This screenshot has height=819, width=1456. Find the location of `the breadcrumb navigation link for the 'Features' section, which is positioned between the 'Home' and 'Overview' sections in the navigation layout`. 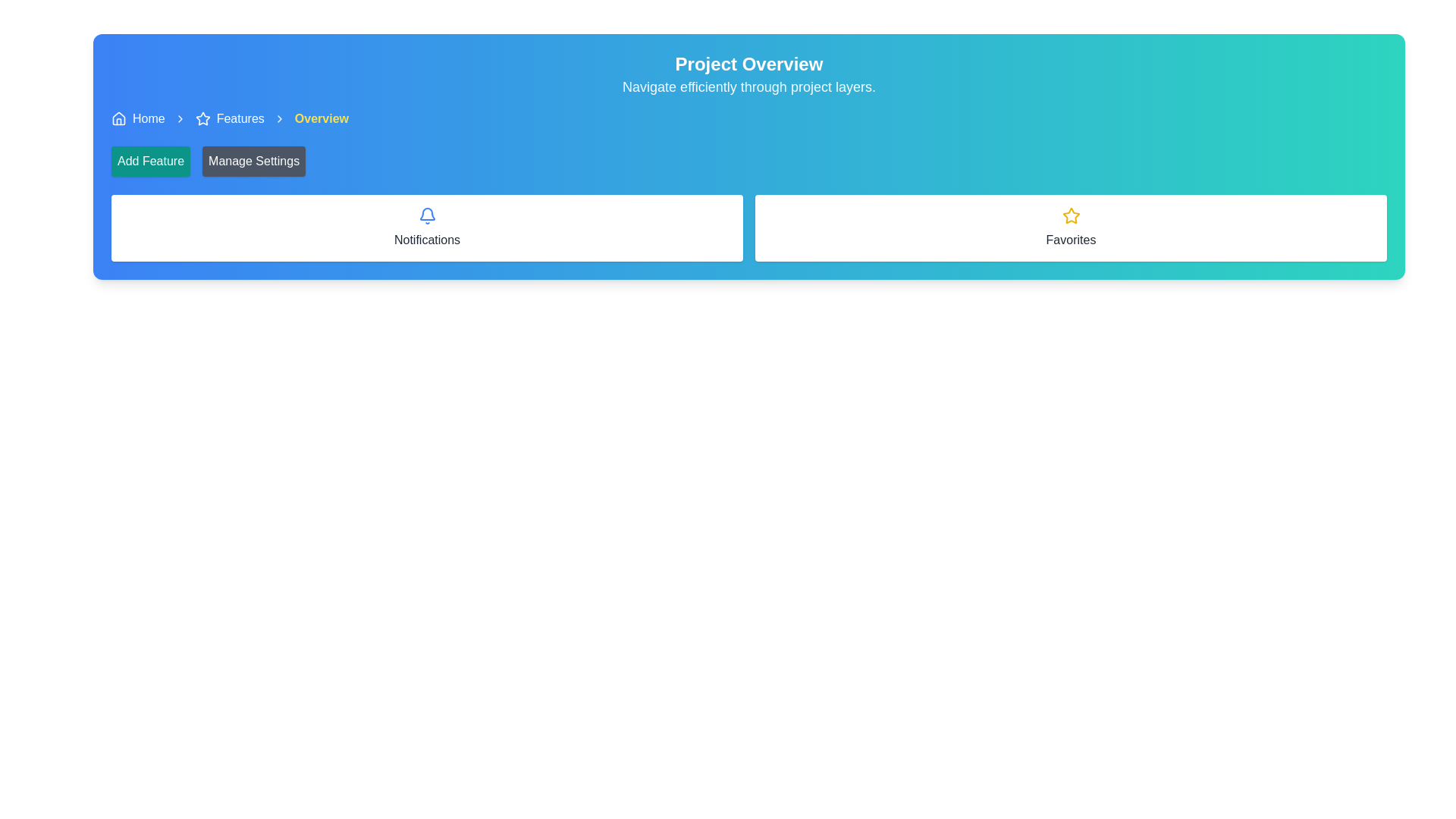

the breadcrumb navigation link for the 'Features' section, which is positioned between the 'Home' and 'Overview' sections in the navigation layout is located at coordinates (229, 118).